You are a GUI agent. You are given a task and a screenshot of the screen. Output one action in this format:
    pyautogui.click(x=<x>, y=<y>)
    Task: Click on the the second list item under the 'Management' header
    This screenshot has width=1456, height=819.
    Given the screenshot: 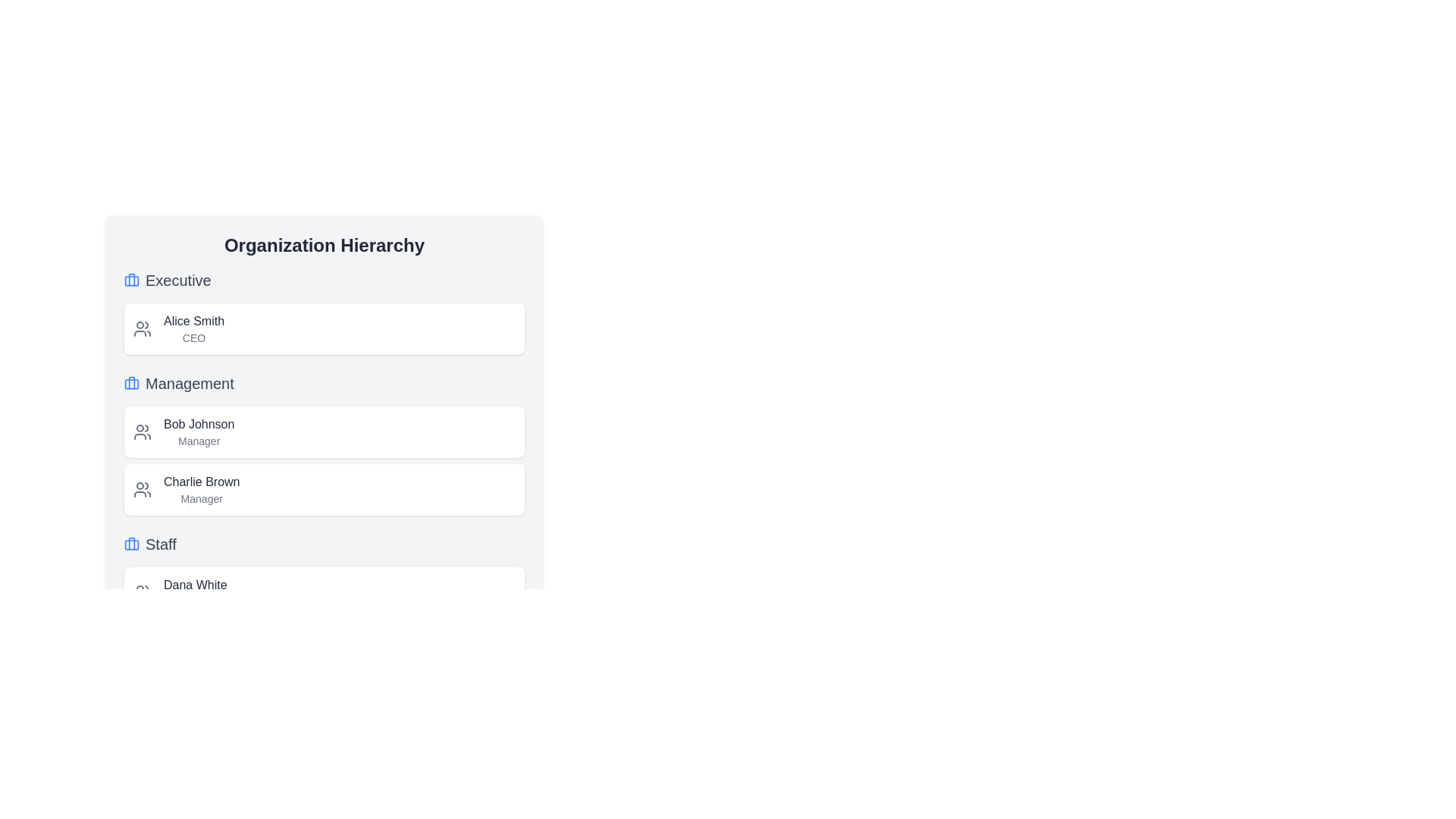 What is the action you would take?
    pyautogui.click(x=323, y=489)
    